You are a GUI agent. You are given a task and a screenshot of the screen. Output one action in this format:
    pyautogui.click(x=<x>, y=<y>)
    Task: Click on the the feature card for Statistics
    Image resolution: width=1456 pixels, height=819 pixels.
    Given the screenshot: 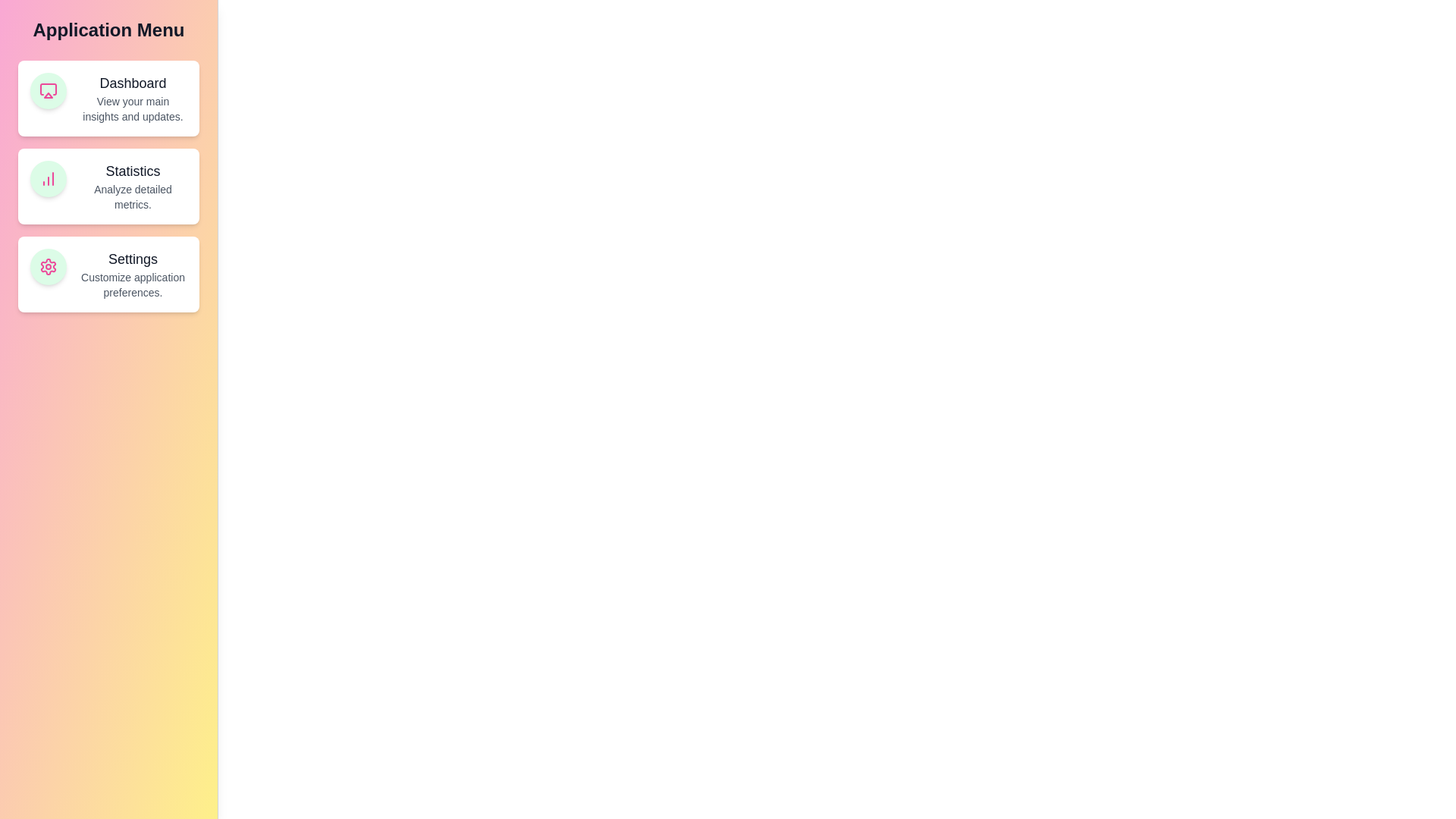 What is the action you would take?
    pyautogui.click(x=108, y=186)
    